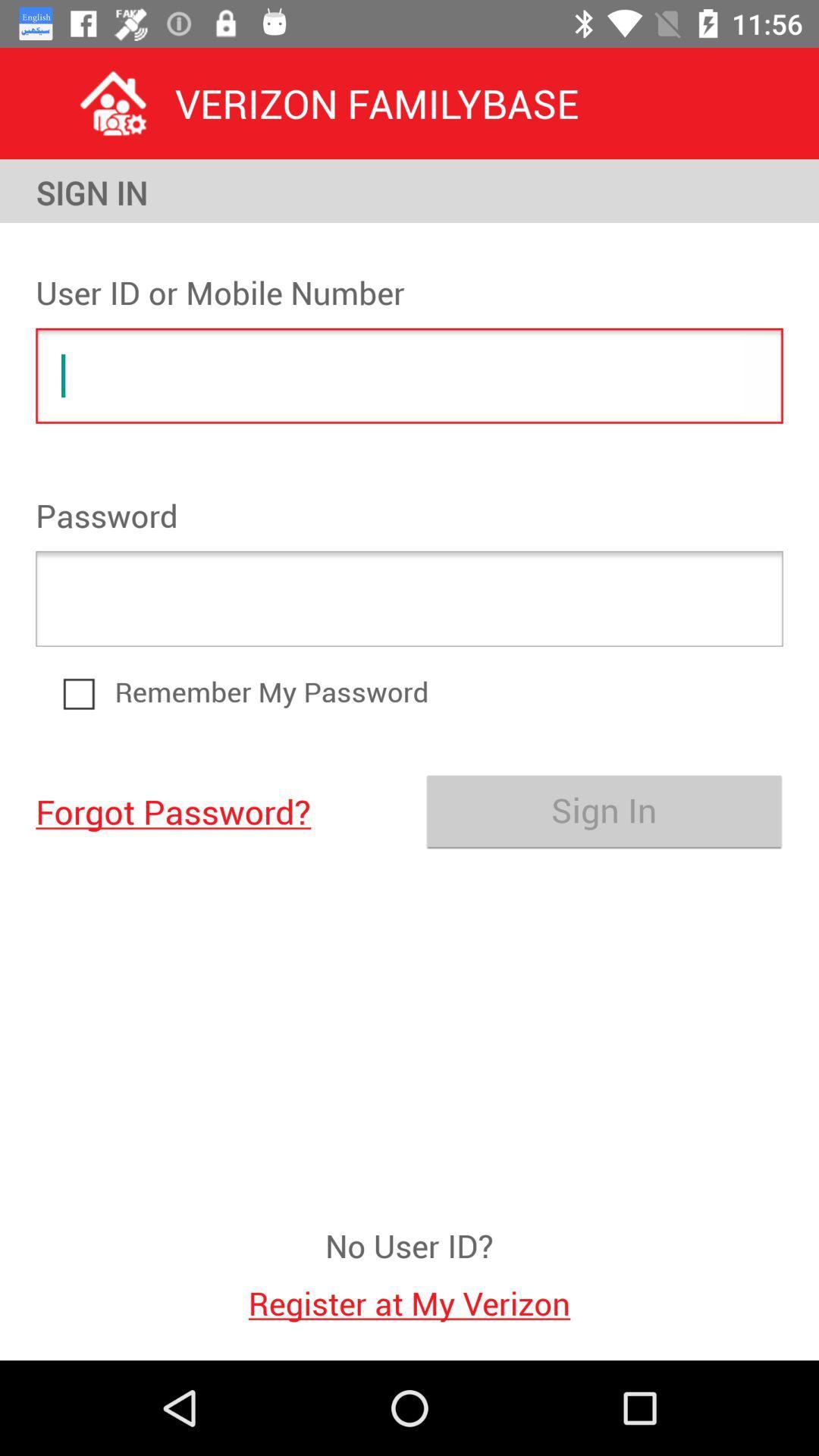 The height and width of the screenshot is (1456, 819). I want to click on forgot password?, so click(215, 810).